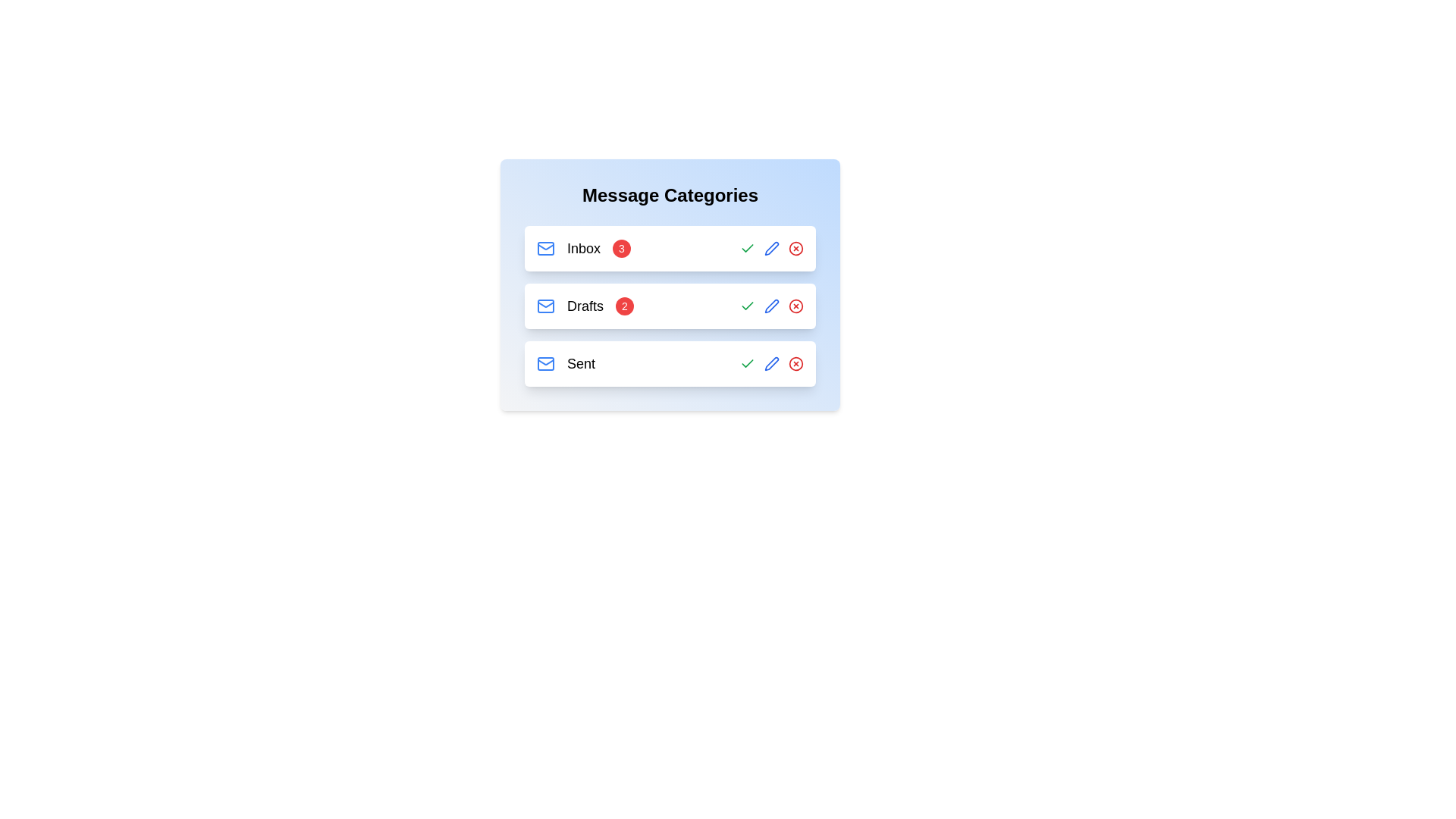 The width and height of the screenshot is (1456, 819). Describe the element at coordinates (747, 247) in the screenshot. I see `the check mark button for the selected category` at that location.